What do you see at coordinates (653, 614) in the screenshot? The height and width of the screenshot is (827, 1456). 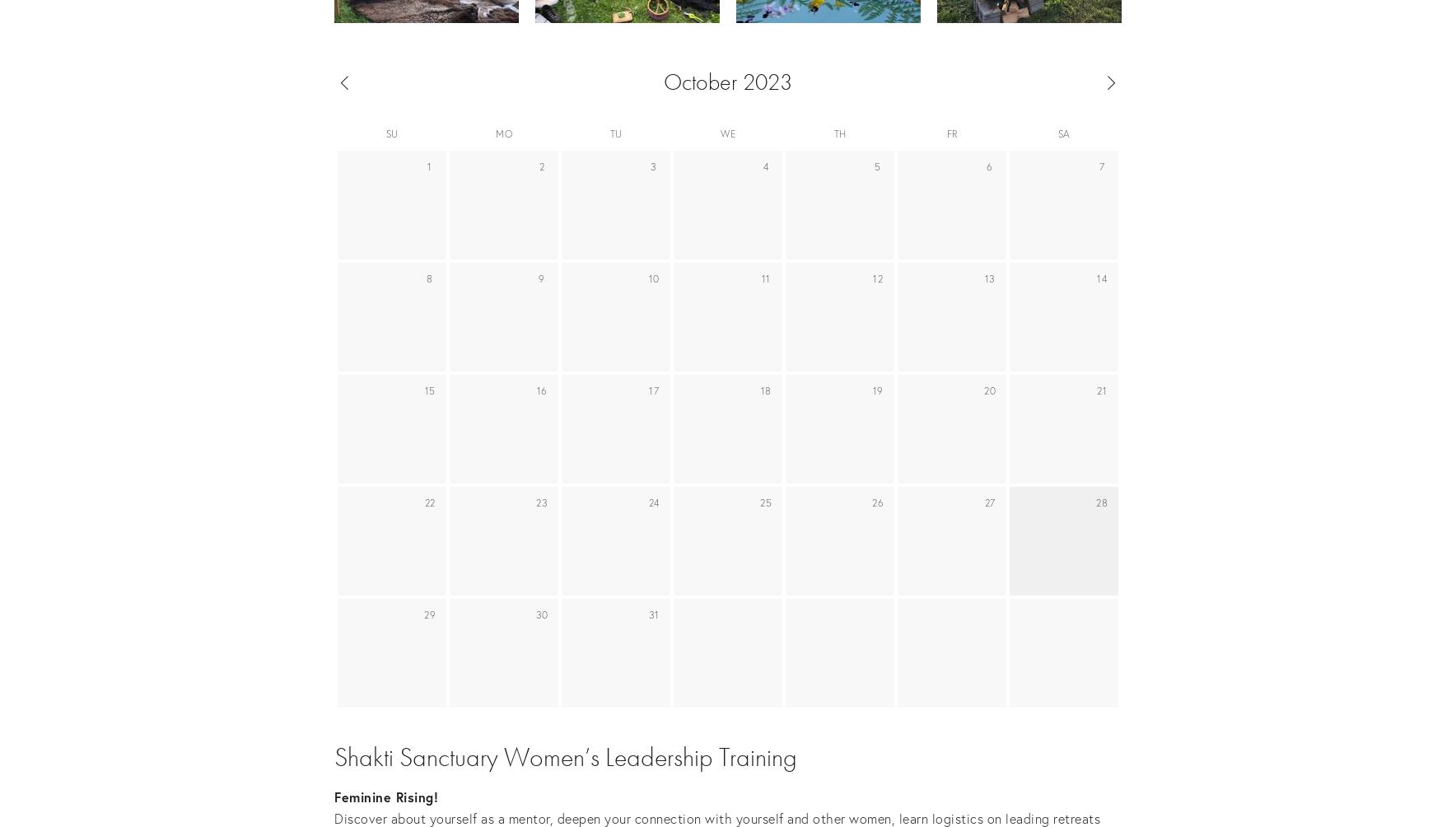 I see `'31'` at bounding box center [653, 614].